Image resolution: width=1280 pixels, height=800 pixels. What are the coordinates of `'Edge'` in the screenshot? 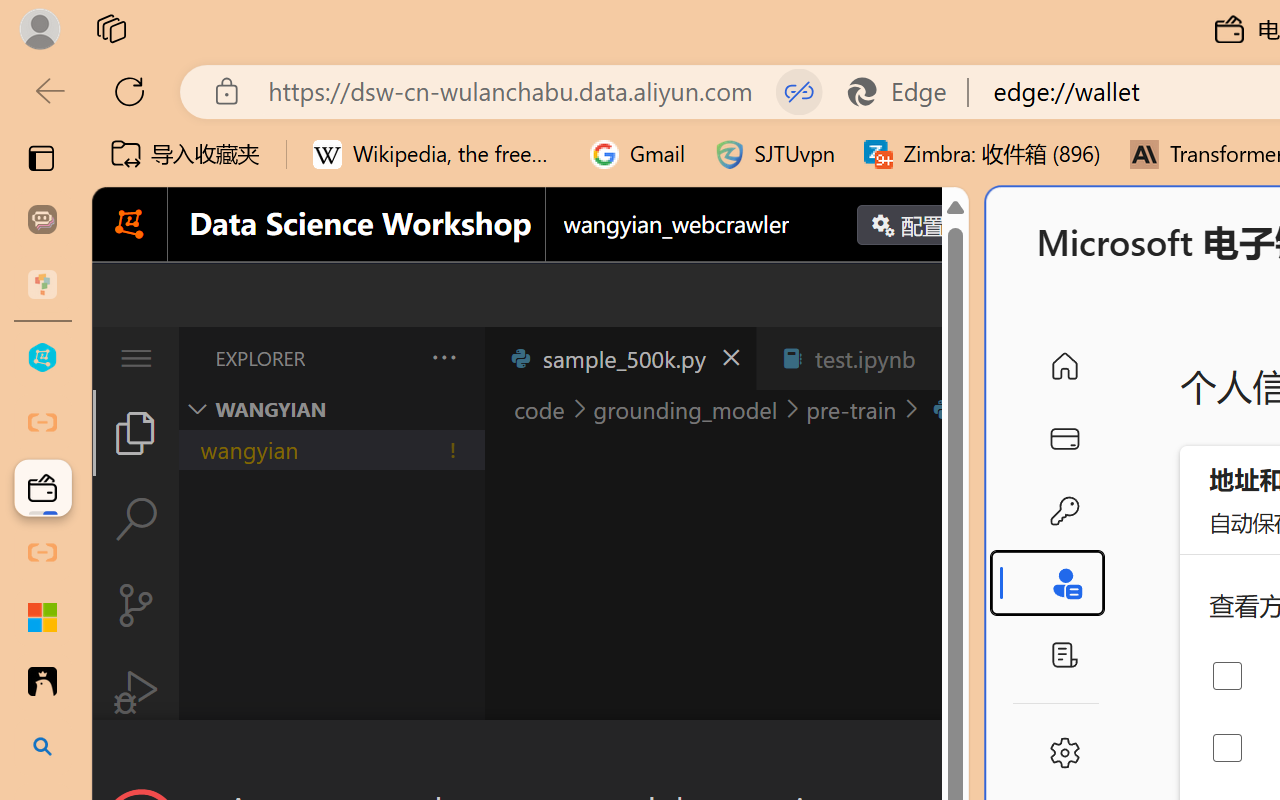 It's located at (905, 91).